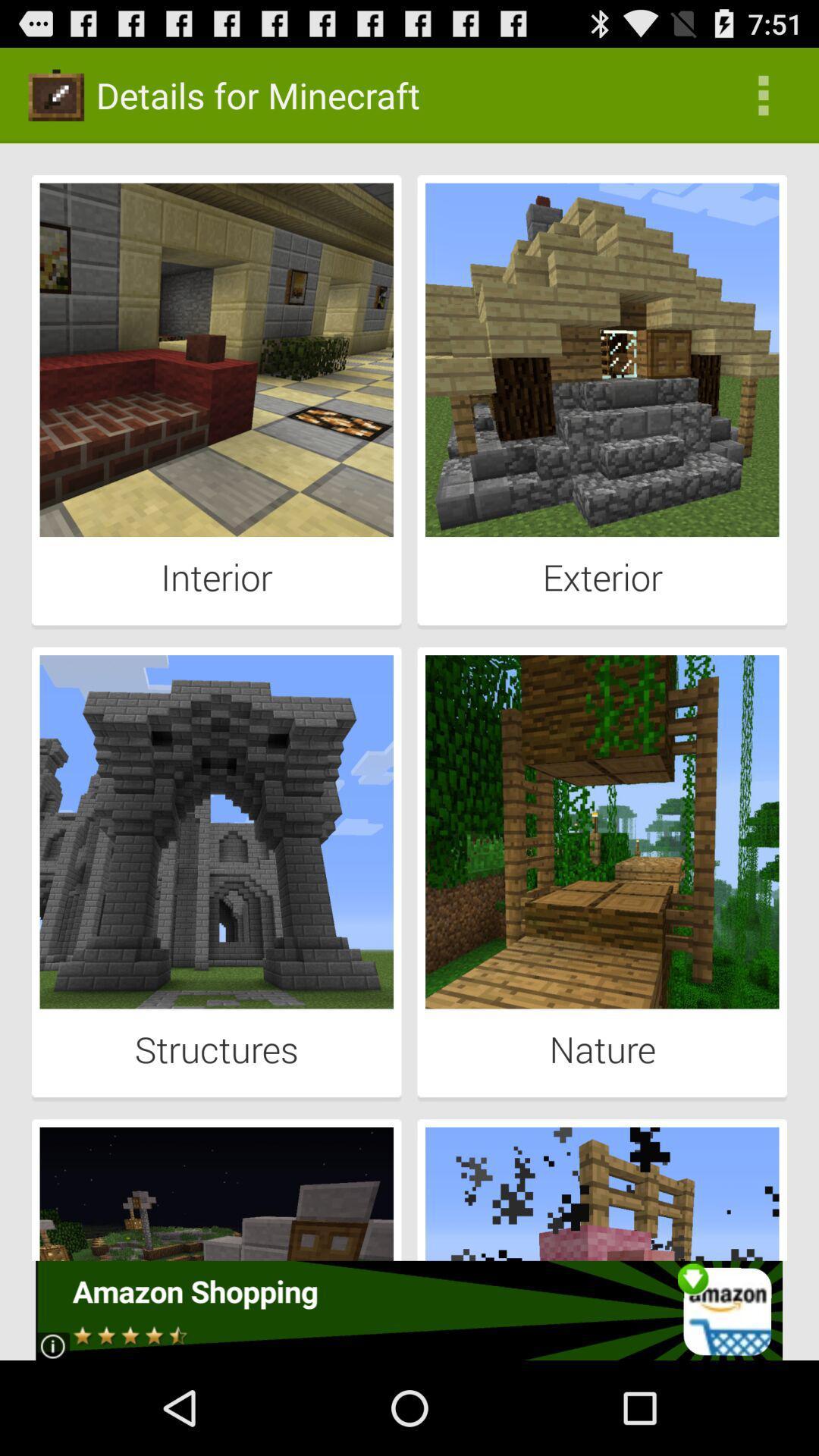 Image resolution: width=819 pixels, height=1456 pixels. I want to click on advertisement, so click(408, 1310).